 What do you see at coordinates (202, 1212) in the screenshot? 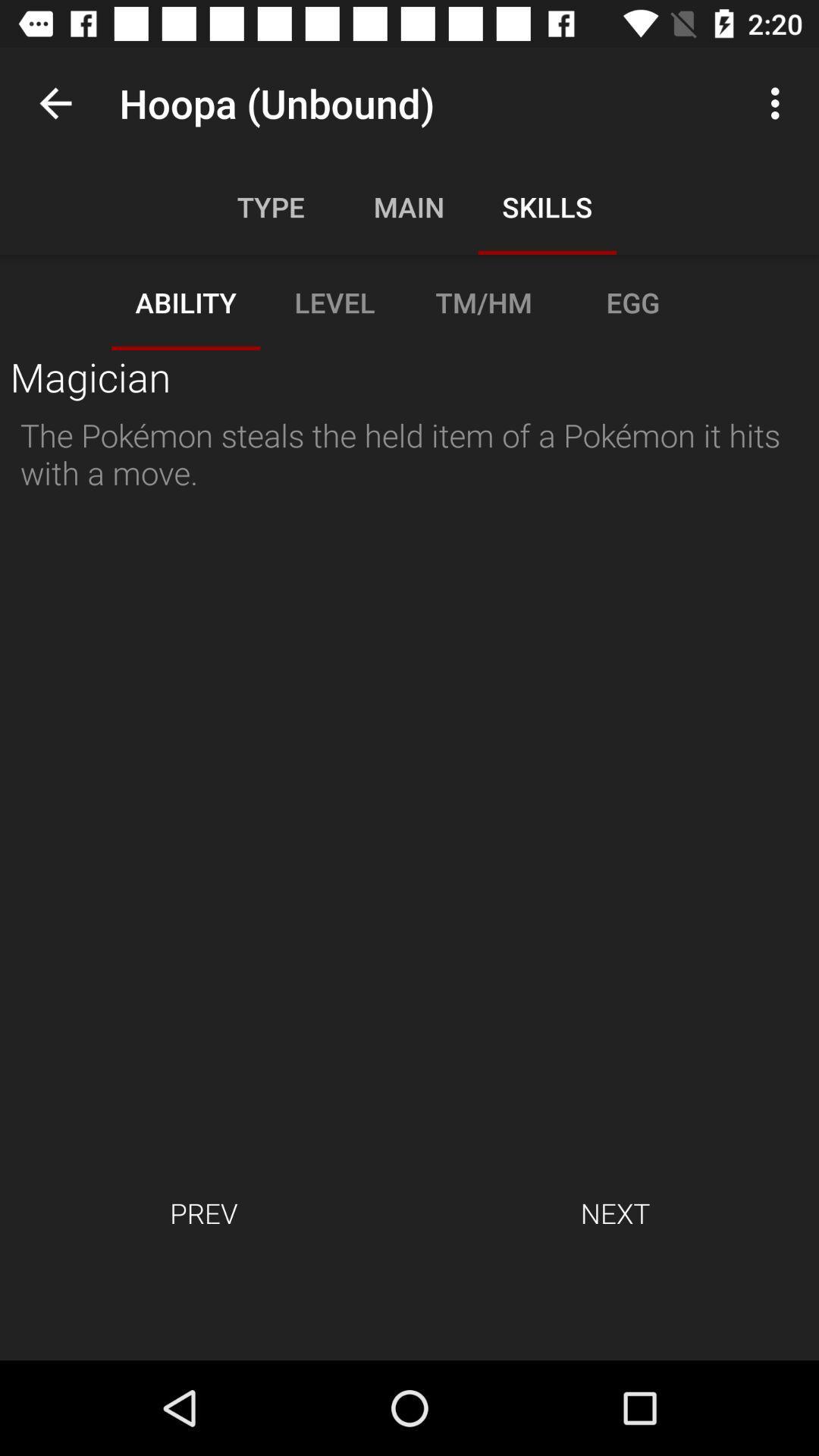
I see `prev` at bounding box center [202, 1212].